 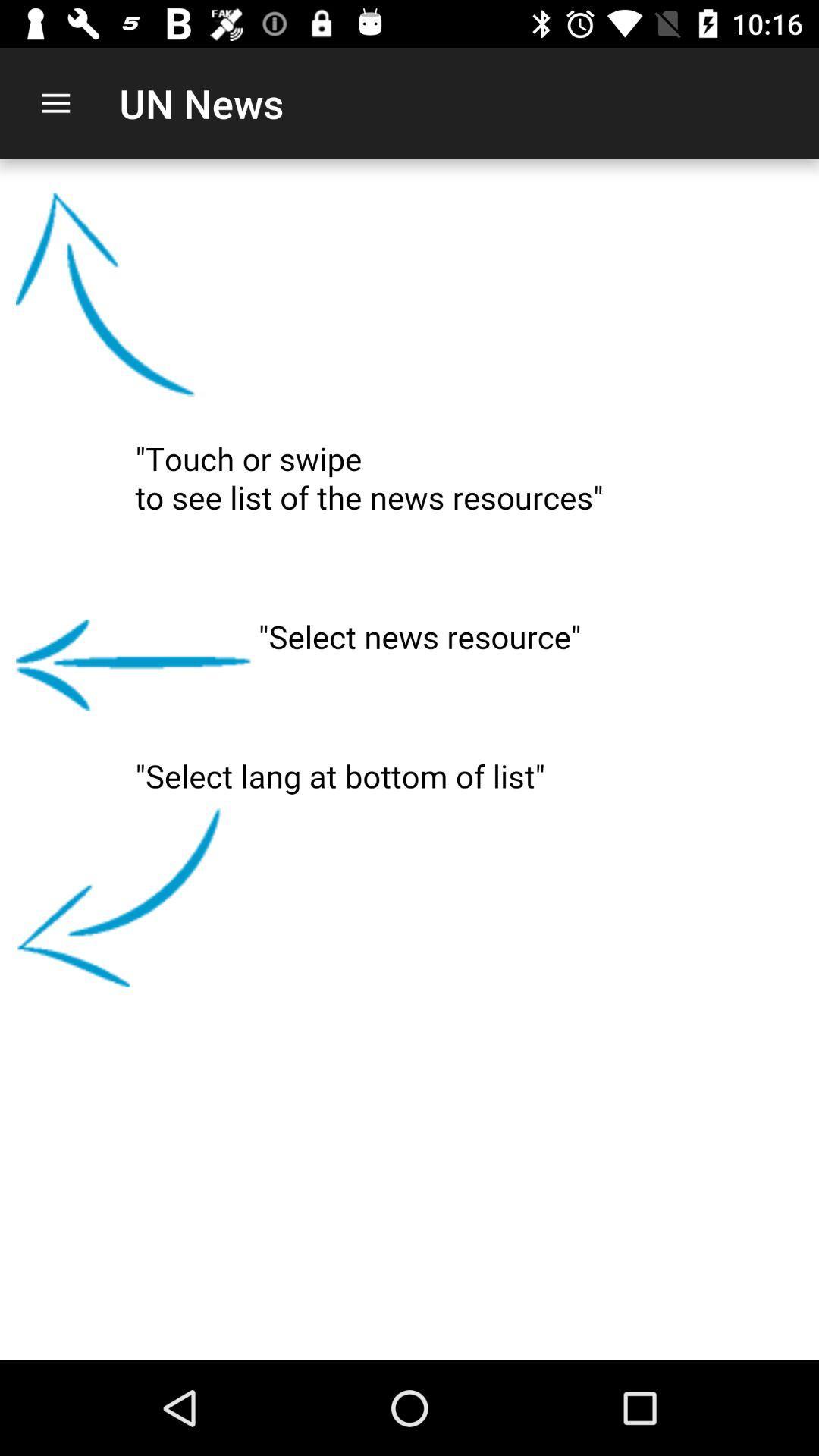 What do you see at coordinates (409, 760) in the screenshot?
I see `the item at the center` at bounding box center [409, 760].